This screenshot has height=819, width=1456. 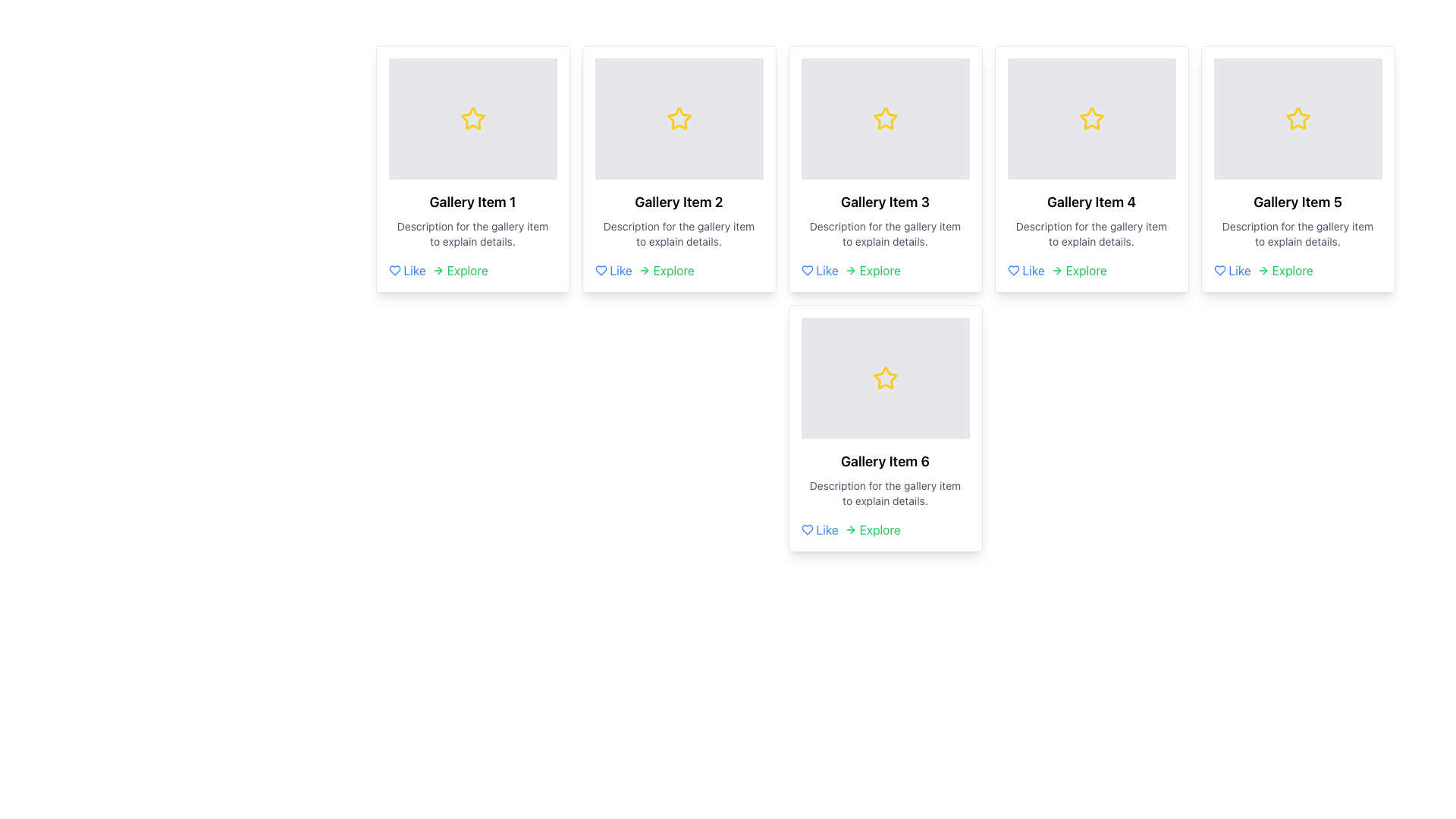 What do you see at coordinates (613, 270) in the screenshot?
I see `the heart icon located in the footer of the second gallery card in the first row, which is the first interactive option preceding the 'Explore' link` at bounding box center [613, 270].